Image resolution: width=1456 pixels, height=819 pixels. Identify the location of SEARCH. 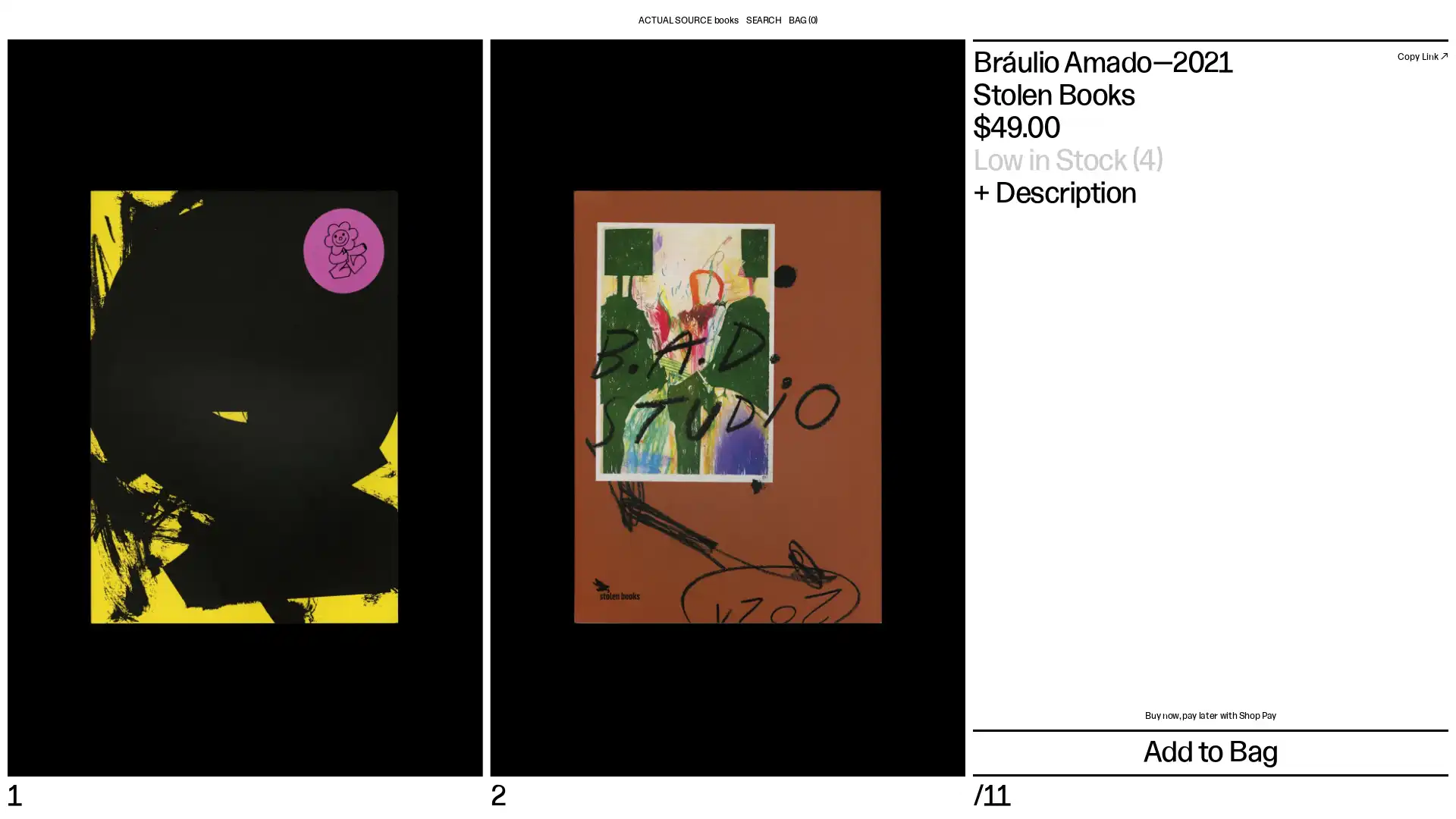
(763, 20).